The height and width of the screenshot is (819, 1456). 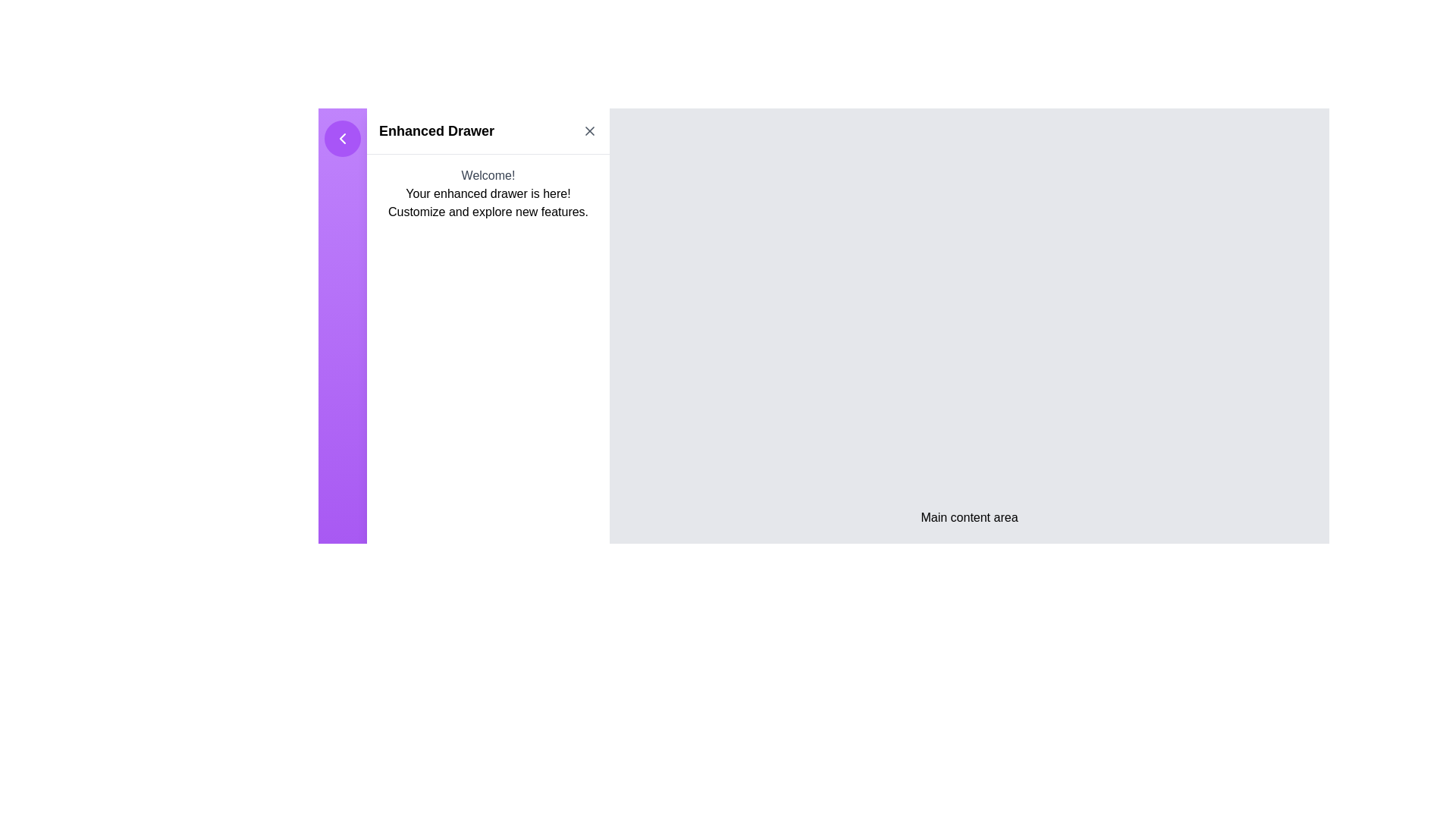 What do you see at coordinates (488, 193) in the screenshot?
I see `the static text box element that conveys a welcome message for accessibility tools to read the text out` at bounding box center [488, 193].